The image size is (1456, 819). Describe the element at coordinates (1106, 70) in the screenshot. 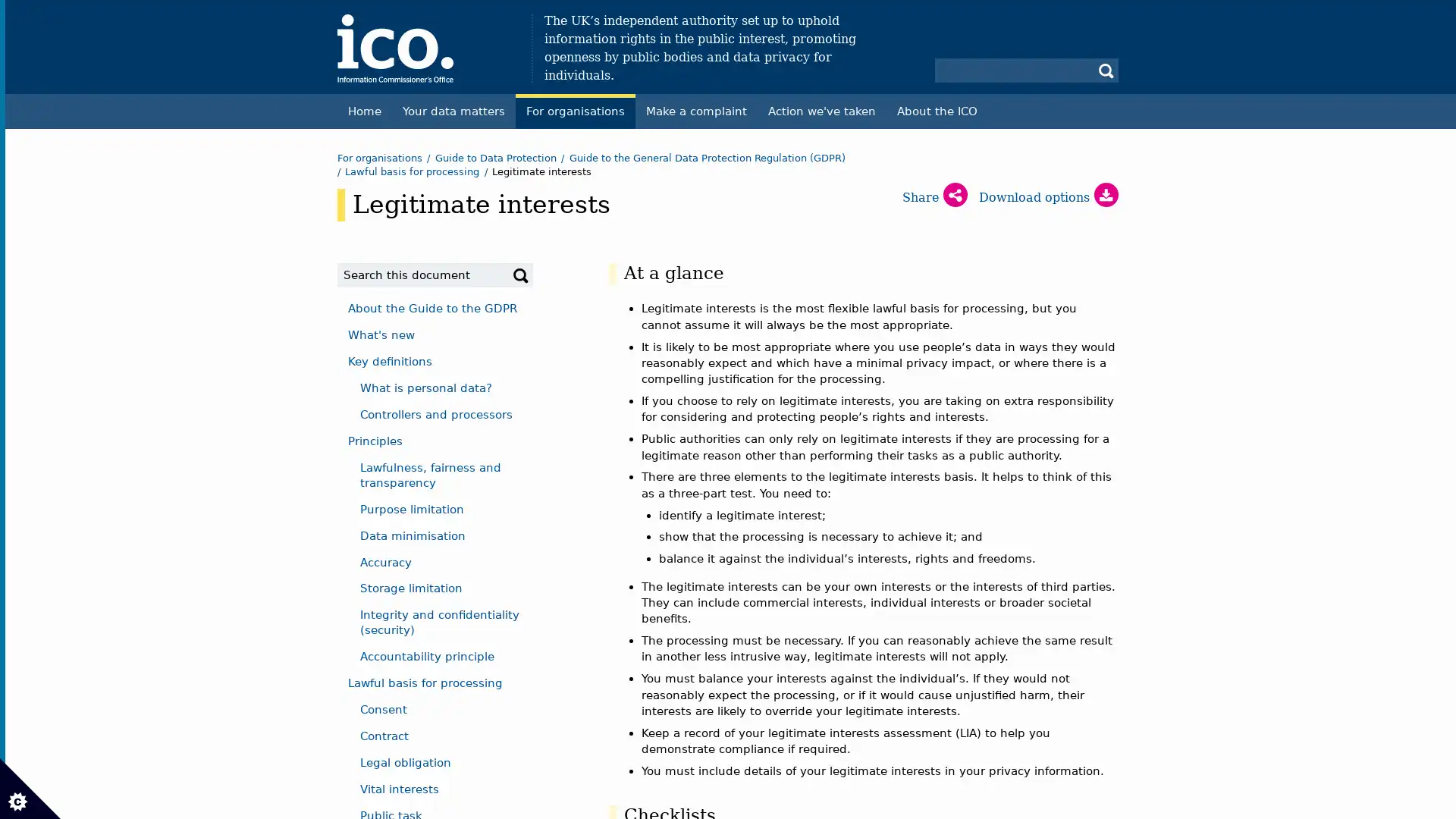

I see `Search` at that location.